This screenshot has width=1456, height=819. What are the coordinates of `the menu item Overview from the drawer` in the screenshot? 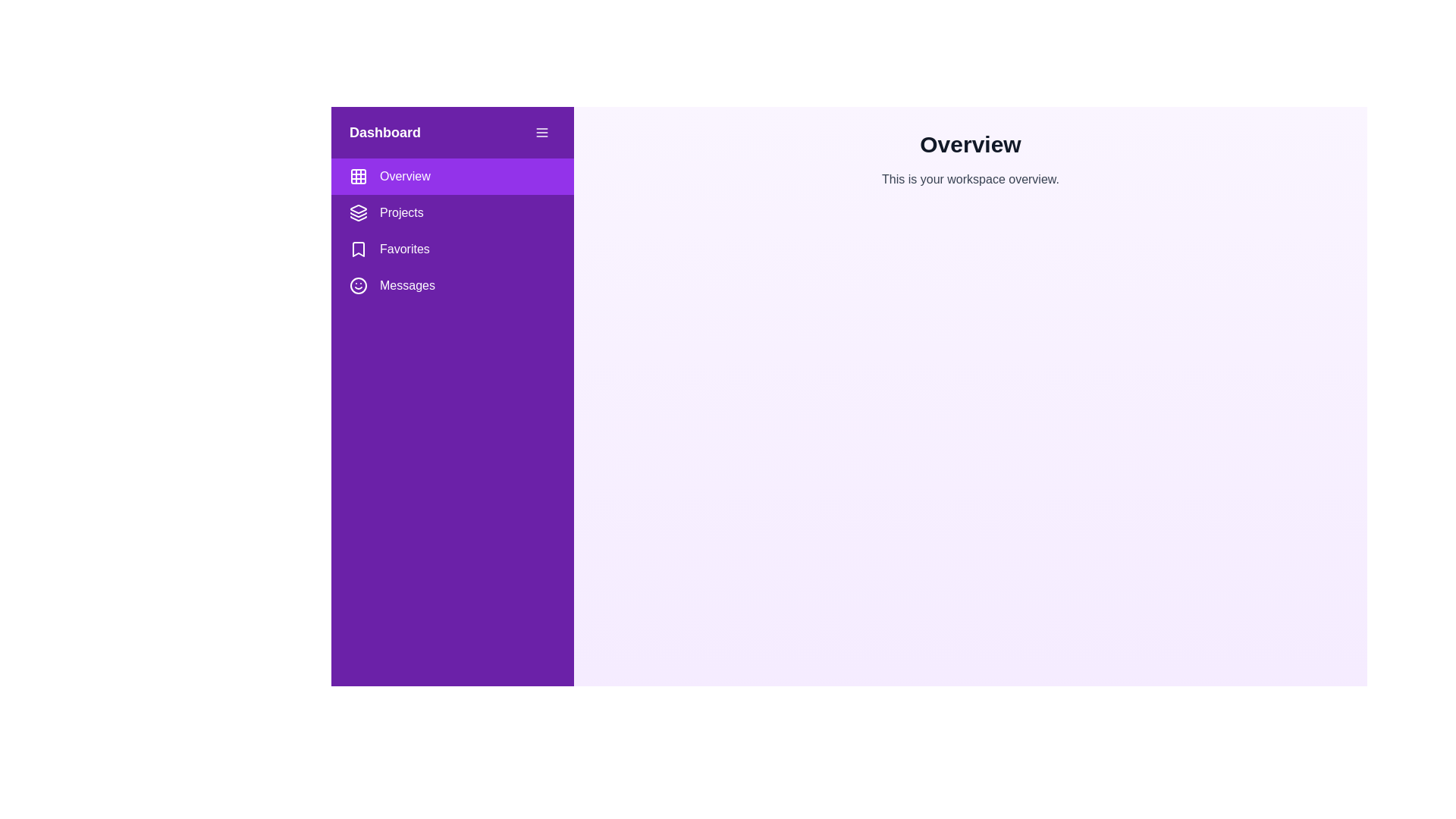 It's located at (451, 175).